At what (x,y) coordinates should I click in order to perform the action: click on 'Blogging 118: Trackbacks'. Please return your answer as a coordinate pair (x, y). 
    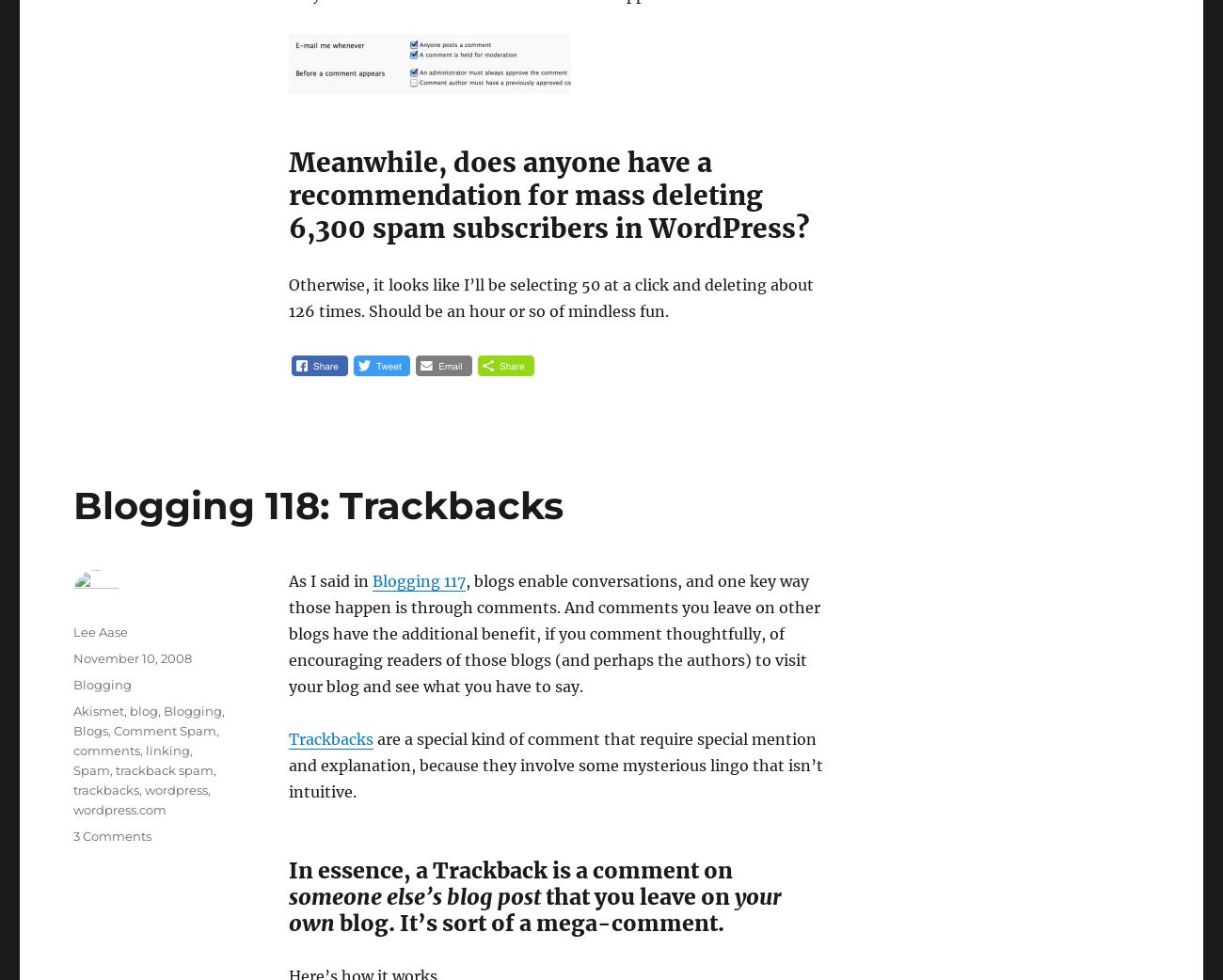
    Looking at the image, I should click on (317, 504).